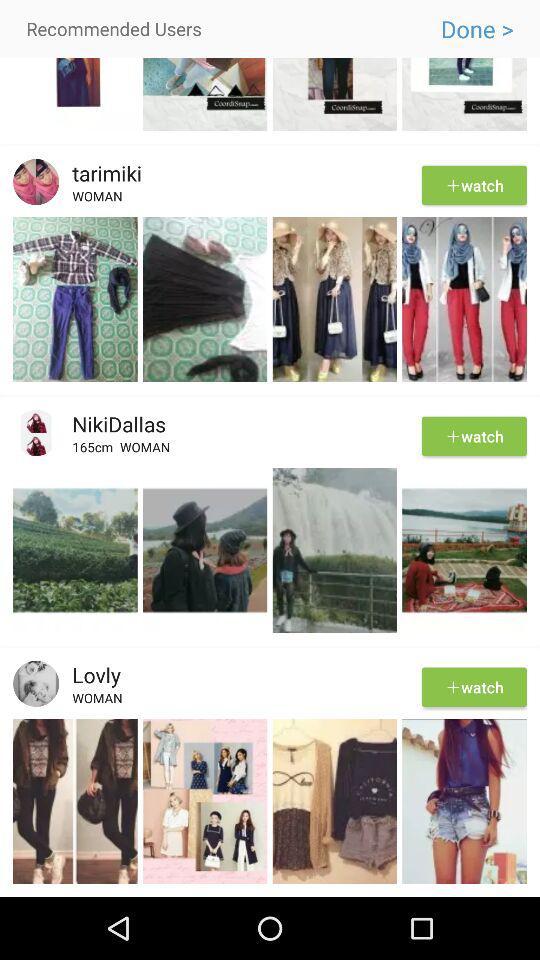  What do you see at coordinates (99, 172) in the screenshot?
I see `tarimiki icon` at bounding box center [99, 172].